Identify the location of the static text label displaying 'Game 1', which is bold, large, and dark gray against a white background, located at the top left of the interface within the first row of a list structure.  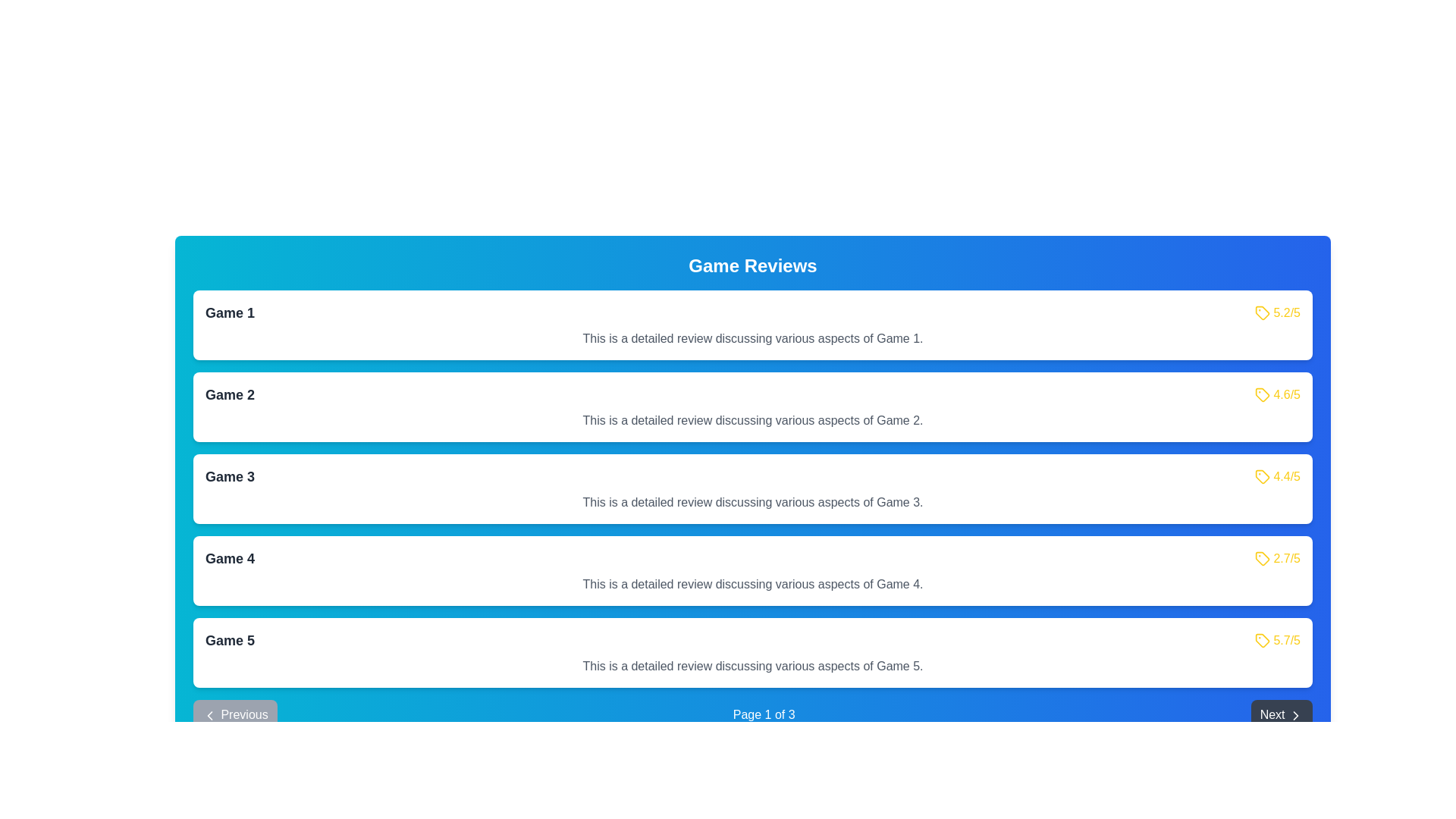
(229, 312).